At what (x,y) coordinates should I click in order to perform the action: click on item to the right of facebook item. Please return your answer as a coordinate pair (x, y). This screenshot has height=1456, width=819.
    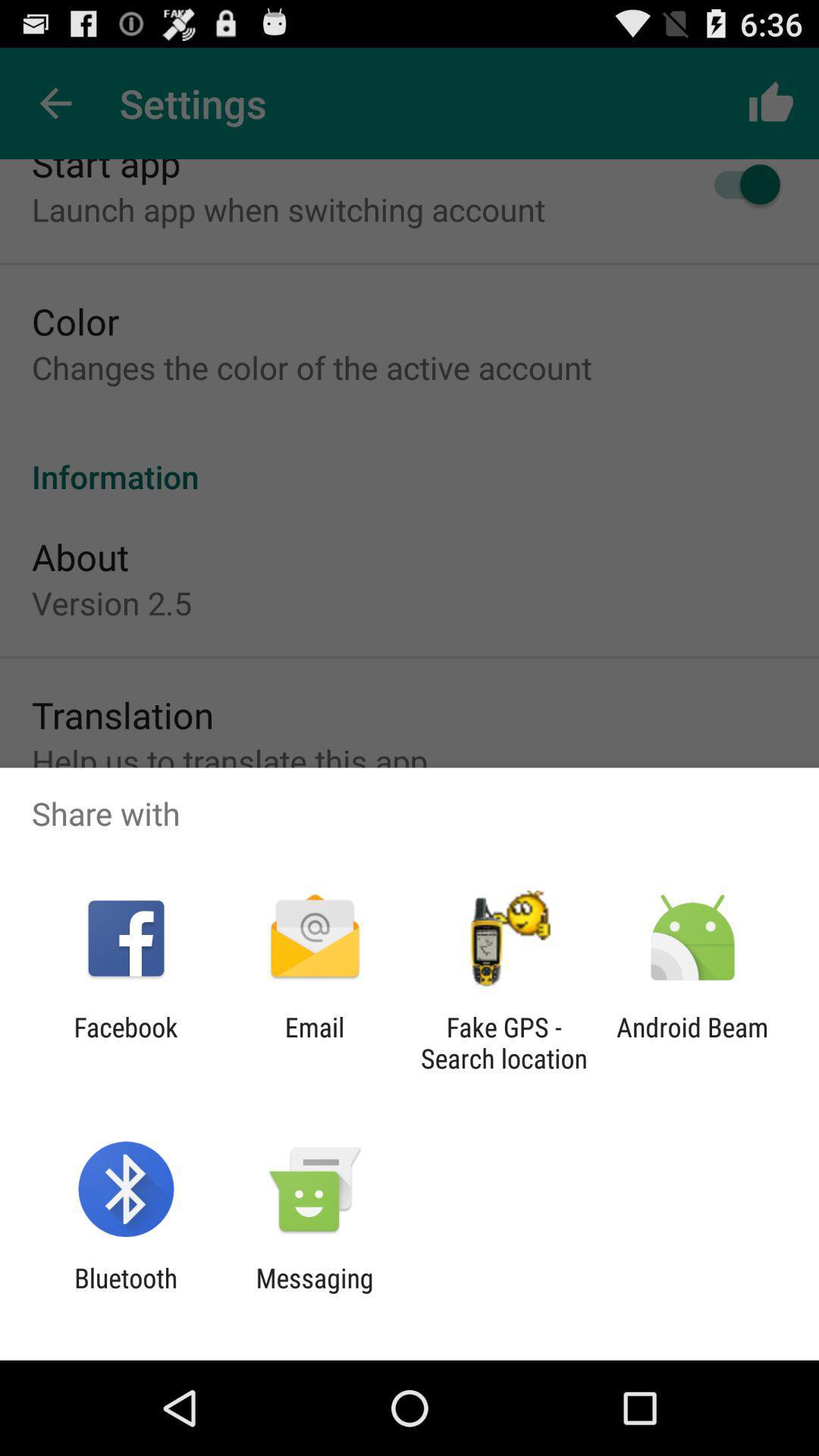
    Looking at the image, I should click on (314, 1042).